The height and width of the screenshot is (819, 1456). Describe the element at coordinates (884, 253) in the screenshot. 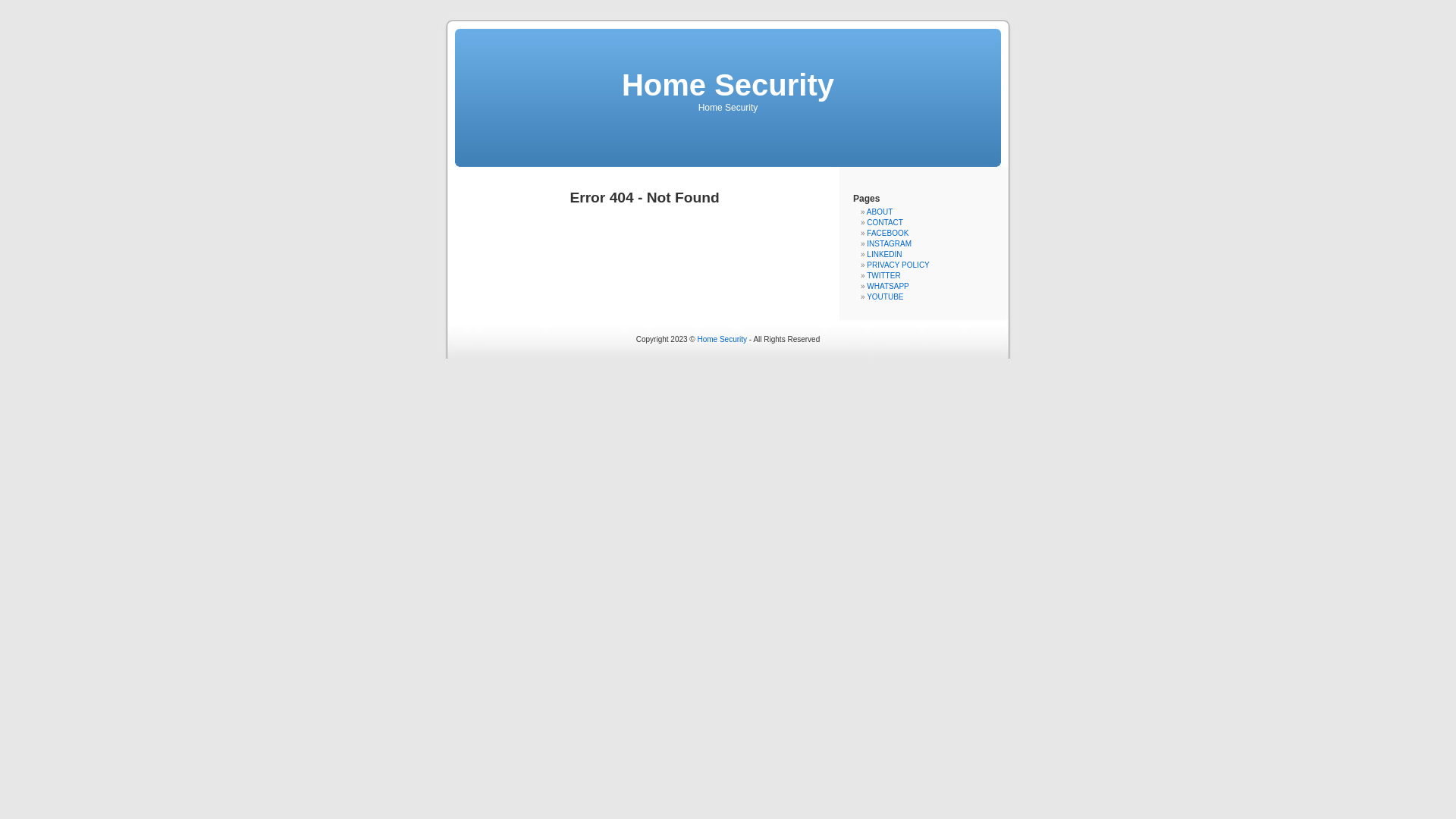

I see `'LINKEDIN'` at that location.